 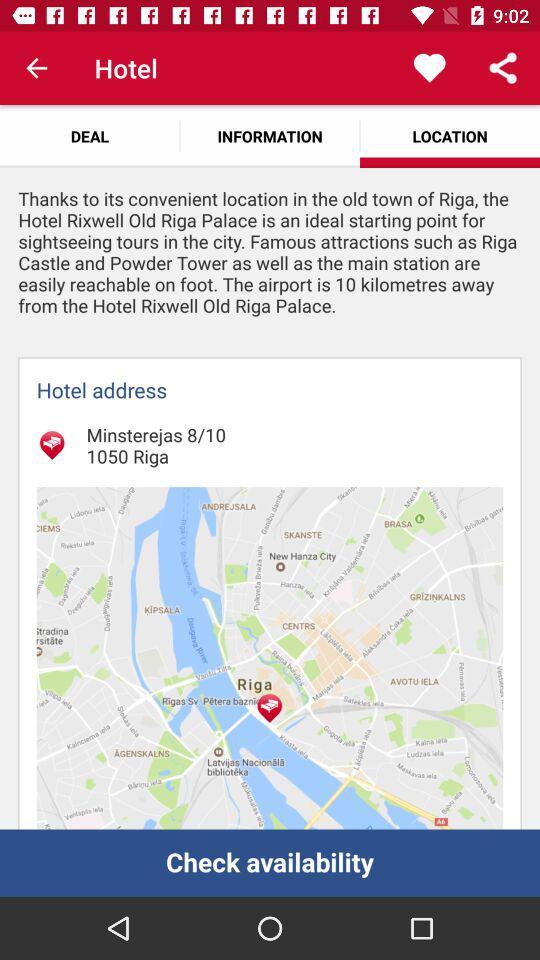 I want to click on the check availability item, so click(x=270, y=862).